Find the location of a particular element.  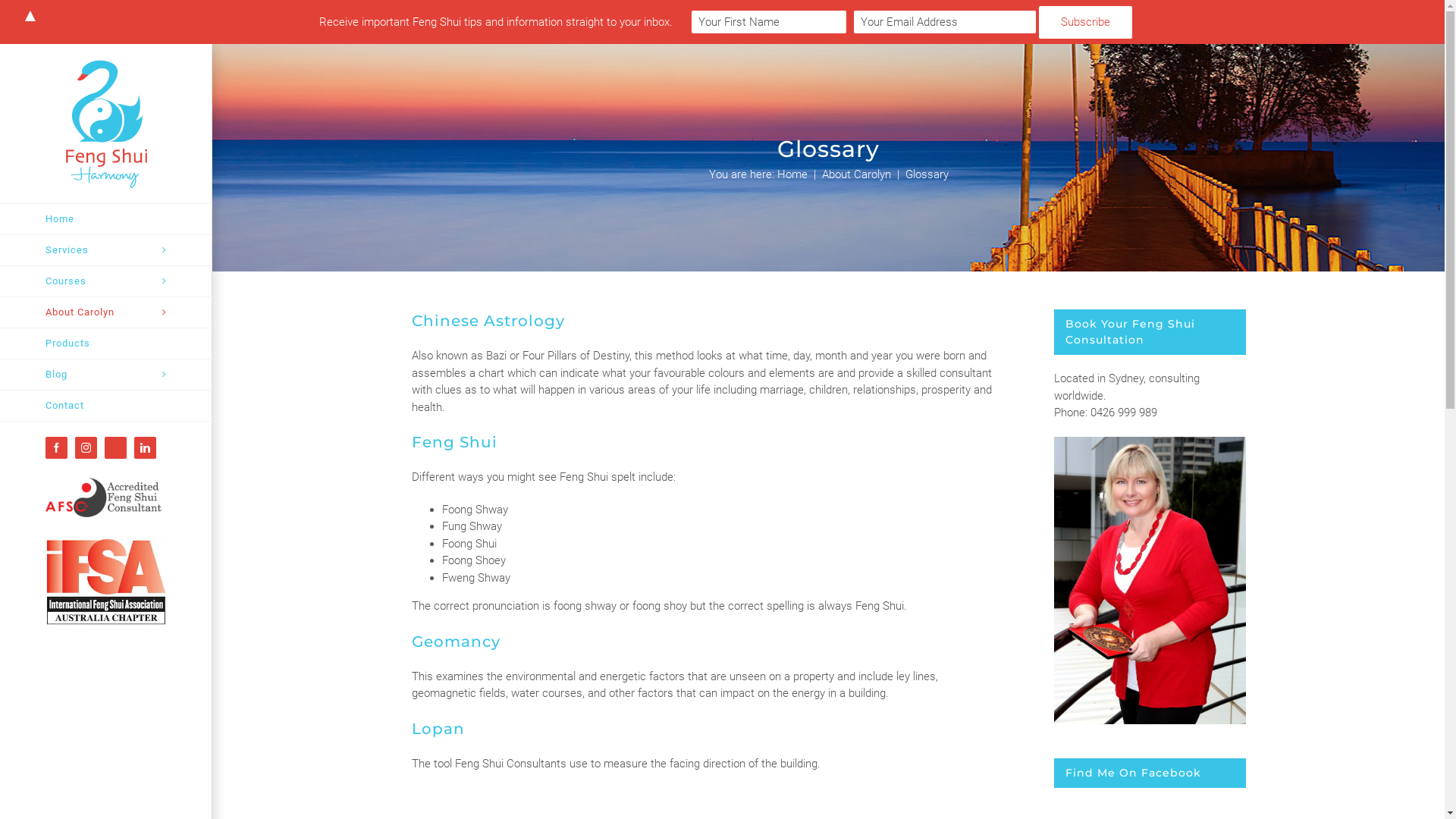

'Subscribe' is located at coordinates (1084, 22).